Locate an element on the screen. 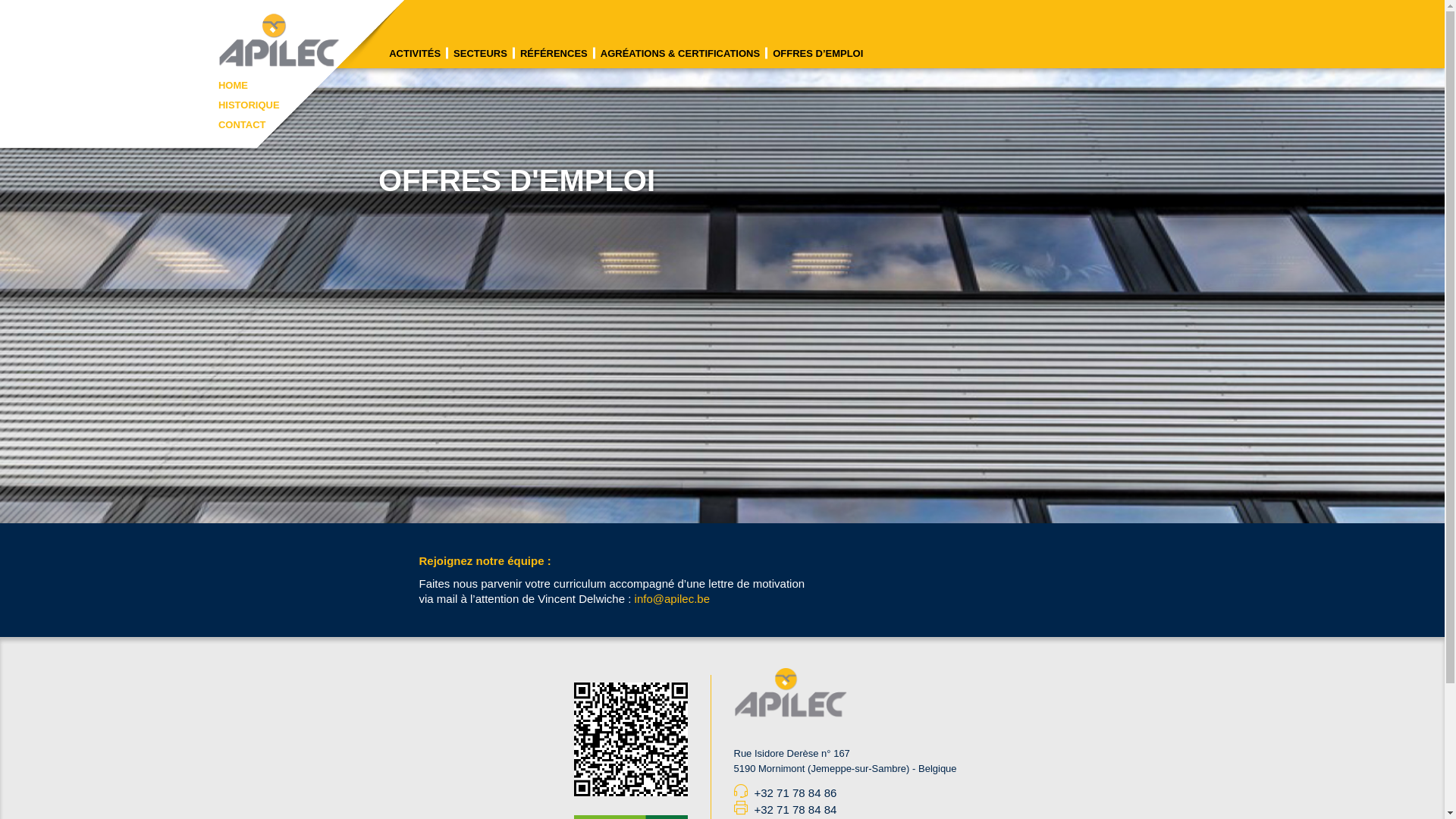 Image resolution: width=1456 pixels, height=819 pixels. 'HOME' is located at coordinates (232, 85).